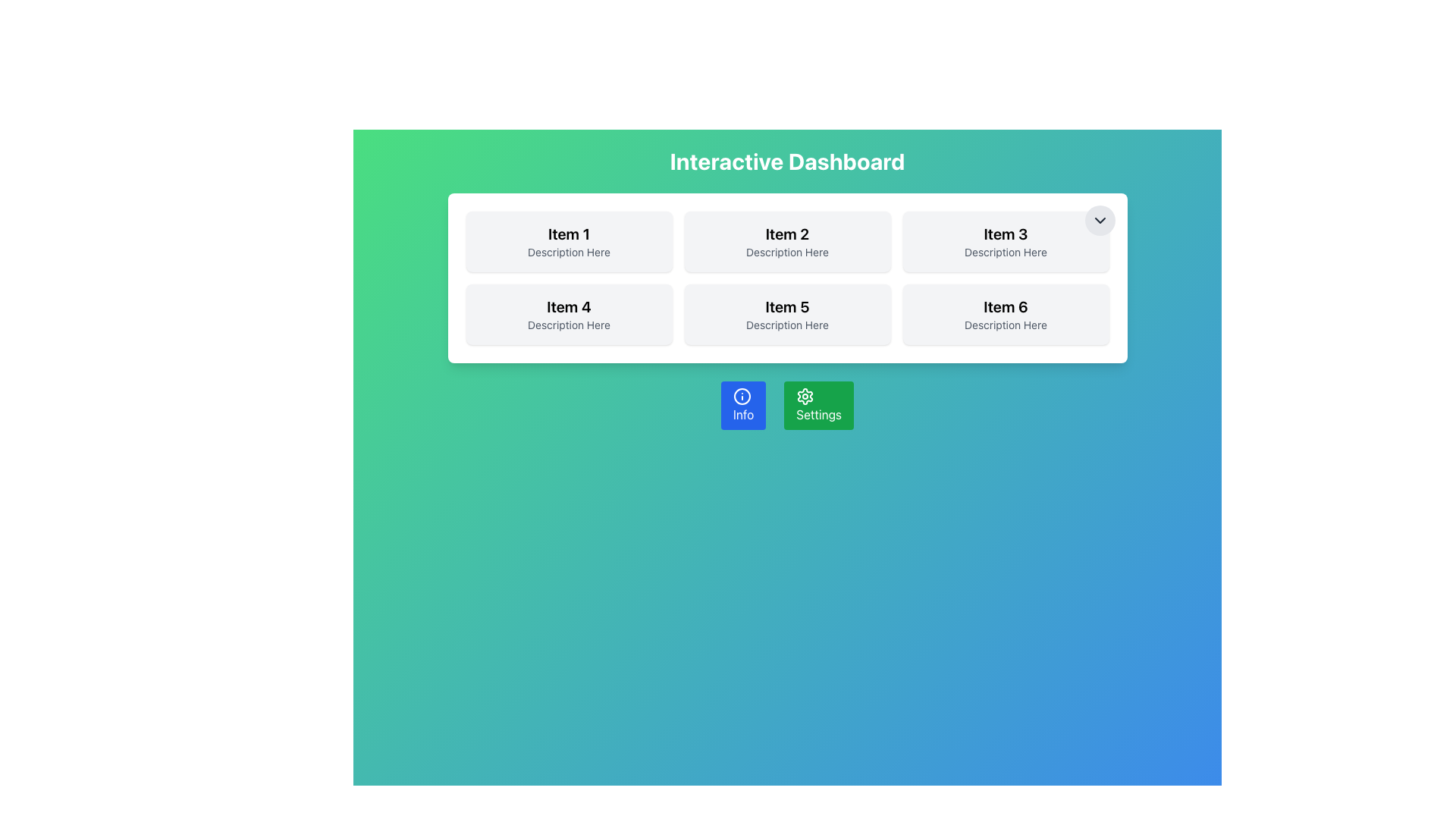  Describe the element at coordinates (818, 405) in the screenshot. I see `the green rectangle-shaped button labeled 'Settings' with a gear-shaped icon, located in the bottom center of the interface` at that location.